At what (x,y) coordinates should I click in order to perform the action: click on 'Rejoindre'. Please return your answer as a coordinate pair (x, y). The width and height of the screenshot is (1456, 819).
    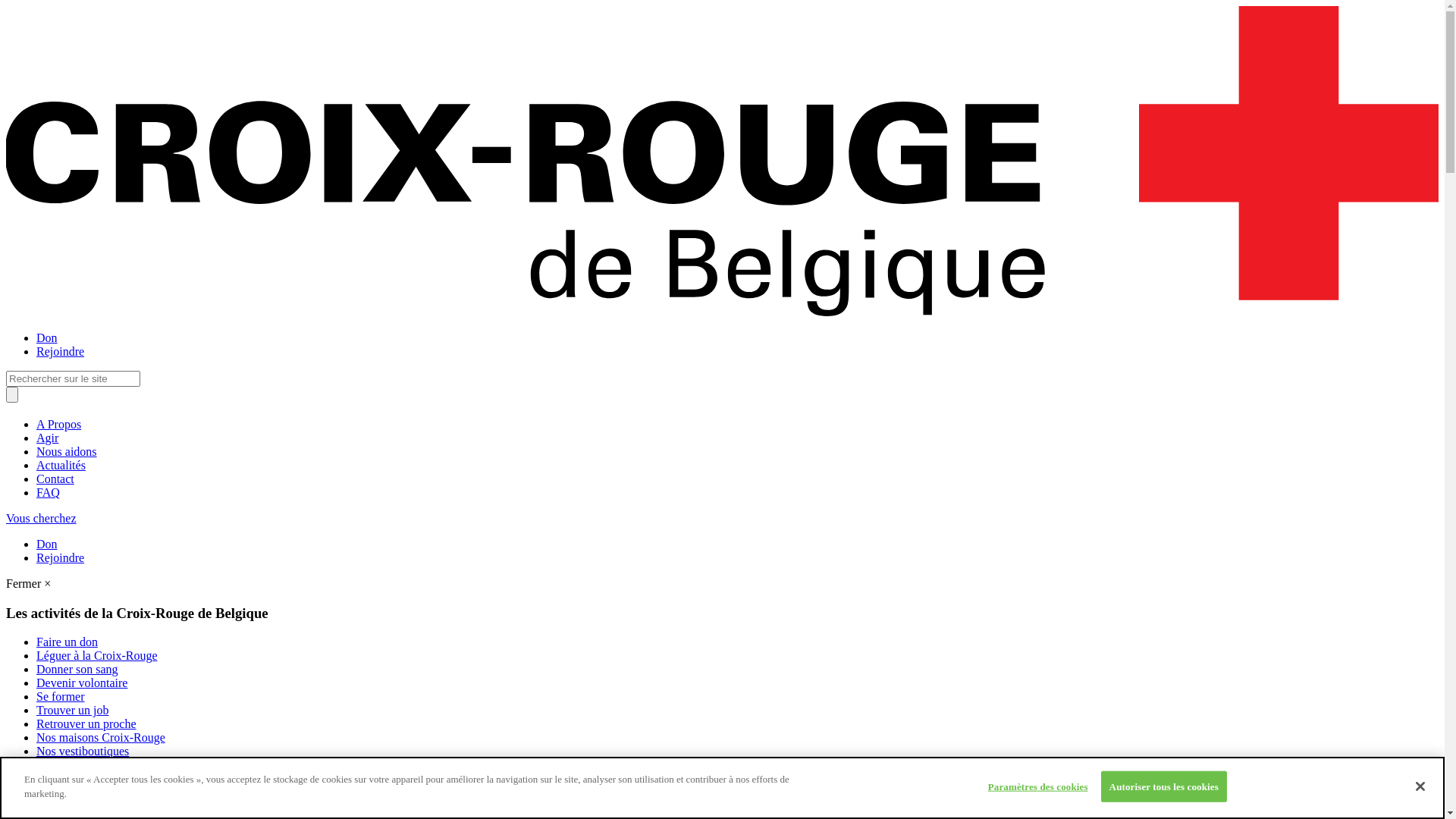
    Looking at the image, I should click on (60, 557).